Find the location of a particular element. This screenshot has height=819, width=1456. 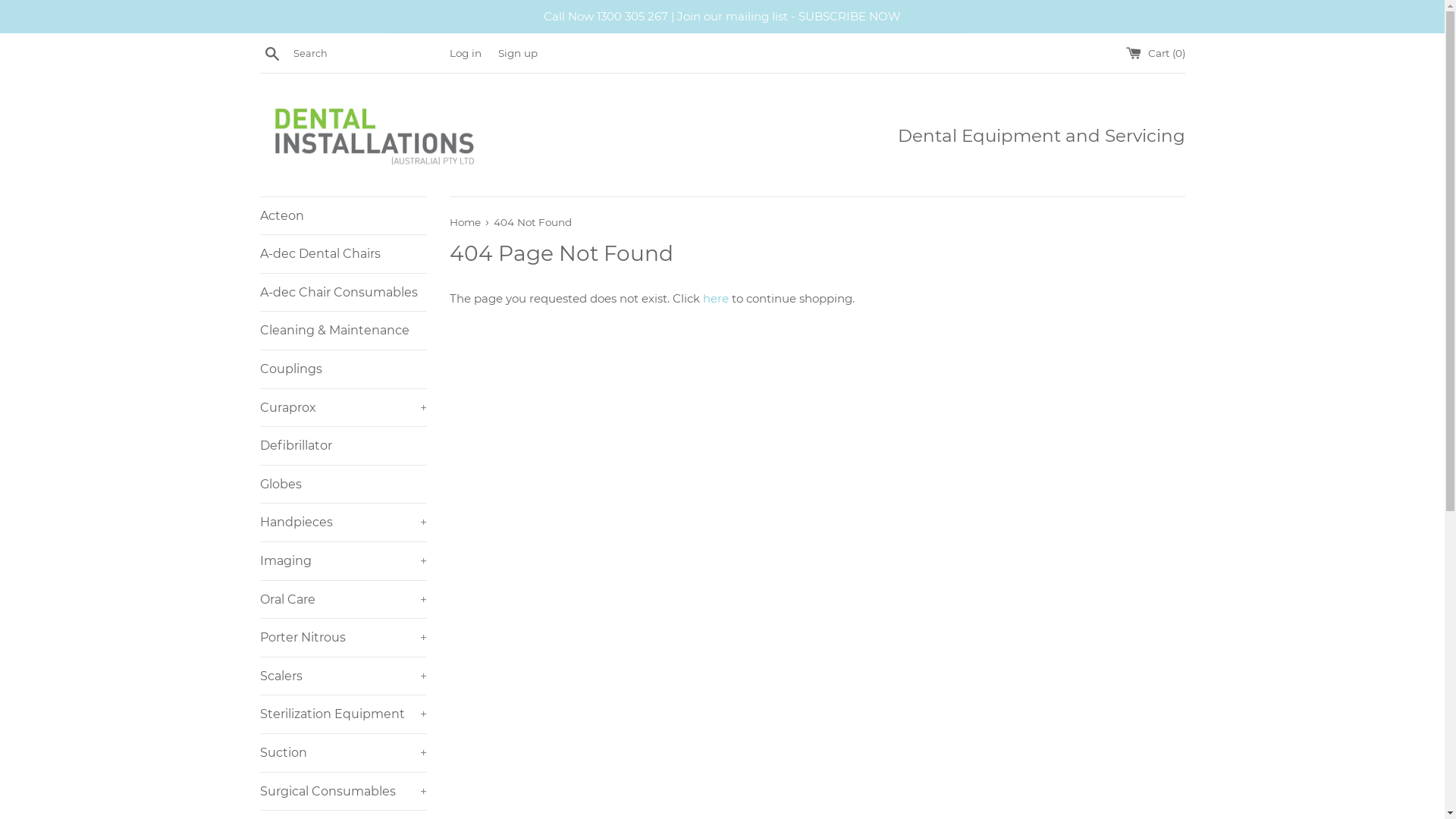

'Search' is located at coordinates (271, 52).